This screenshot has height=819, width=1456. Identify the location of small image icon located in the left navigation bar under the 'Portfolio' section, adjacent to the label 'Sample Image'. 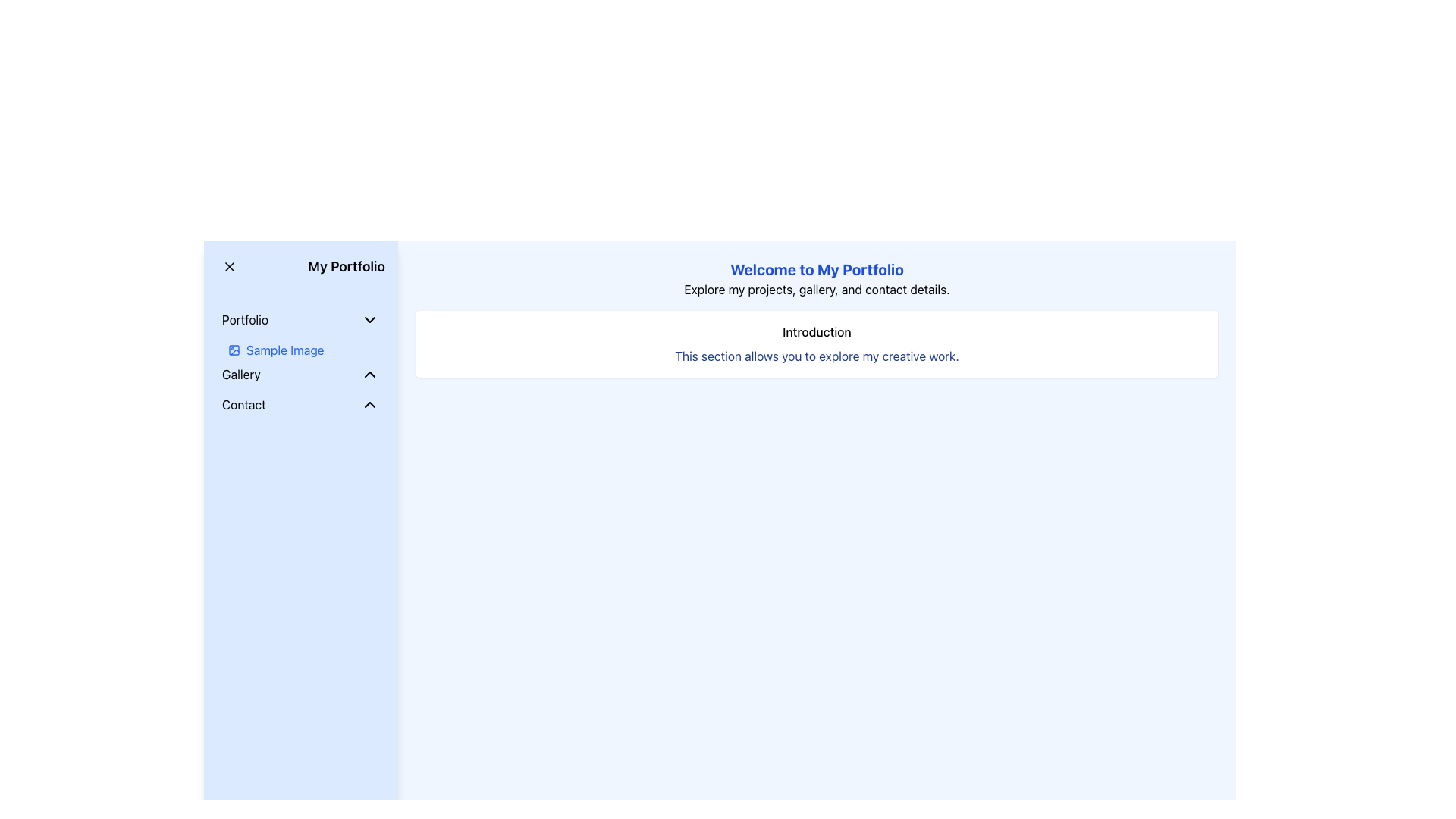
(233, 350).